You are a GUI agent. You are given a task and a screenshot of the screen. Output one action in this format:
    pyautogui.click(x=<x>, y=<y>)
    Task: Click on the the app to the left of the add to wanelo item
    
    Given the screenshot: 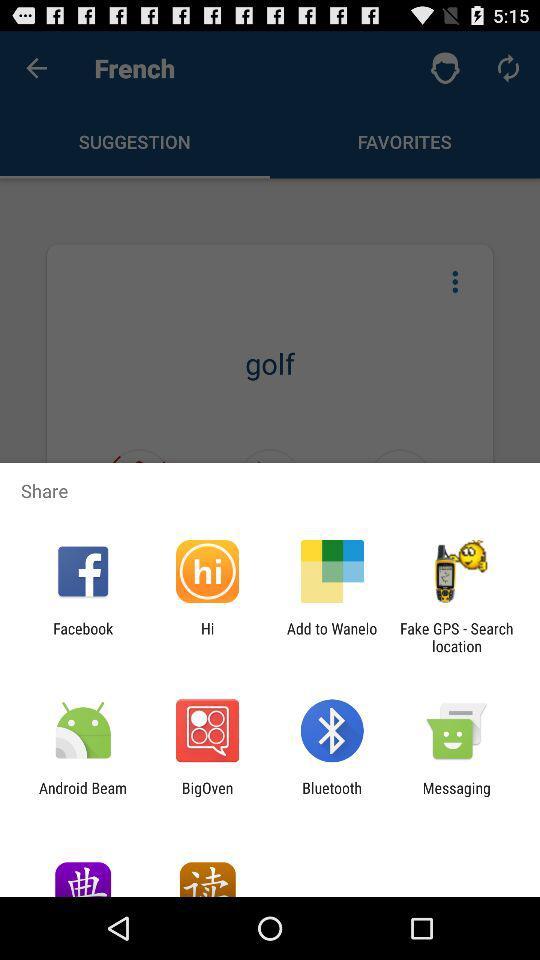 What is the action you would take?
    pyautogui.click(x=206, y=636)
    